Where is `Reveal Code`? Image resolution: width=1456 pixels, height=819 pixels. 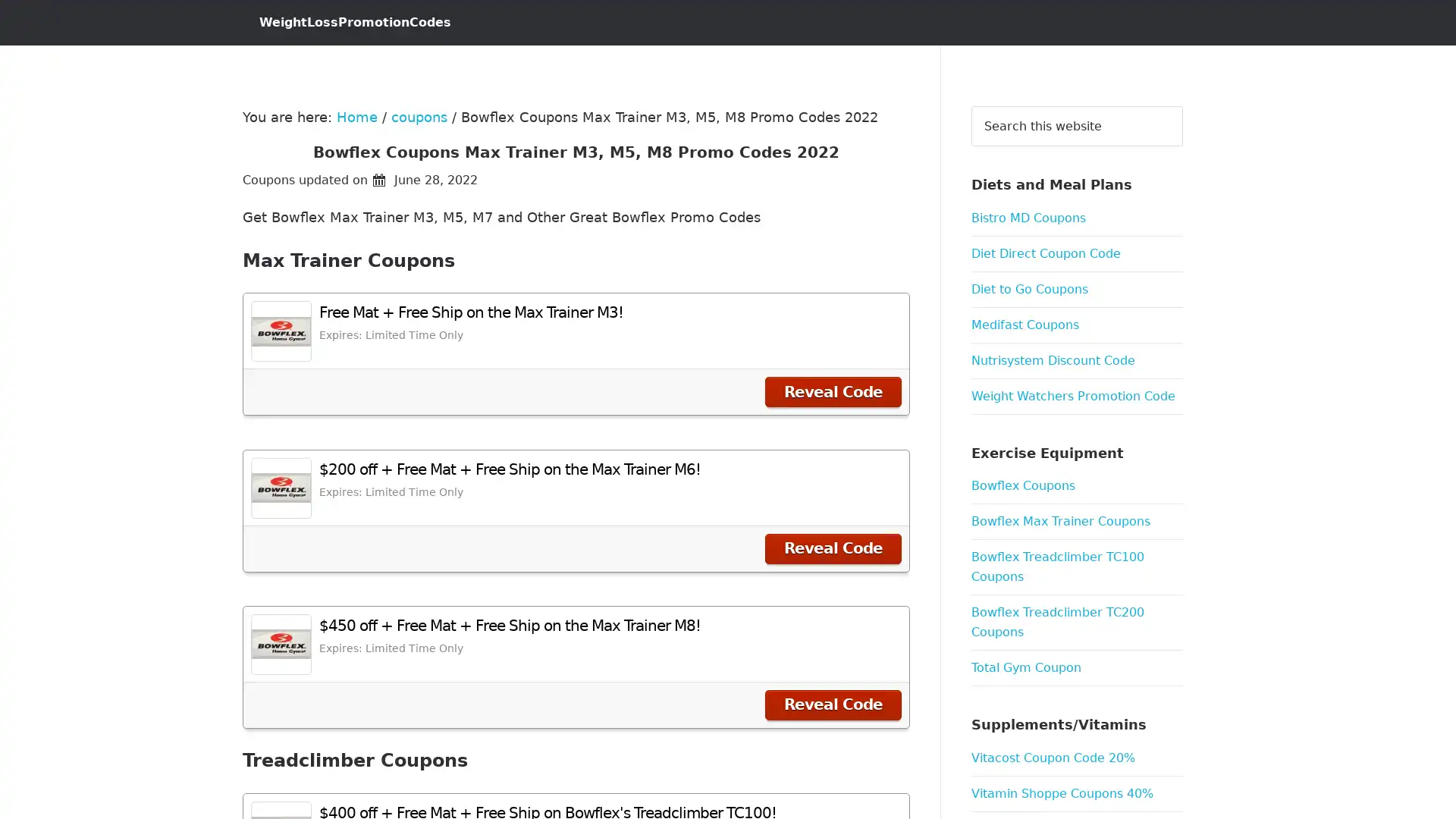 Reveal Code is located at coordinates (833, 548).